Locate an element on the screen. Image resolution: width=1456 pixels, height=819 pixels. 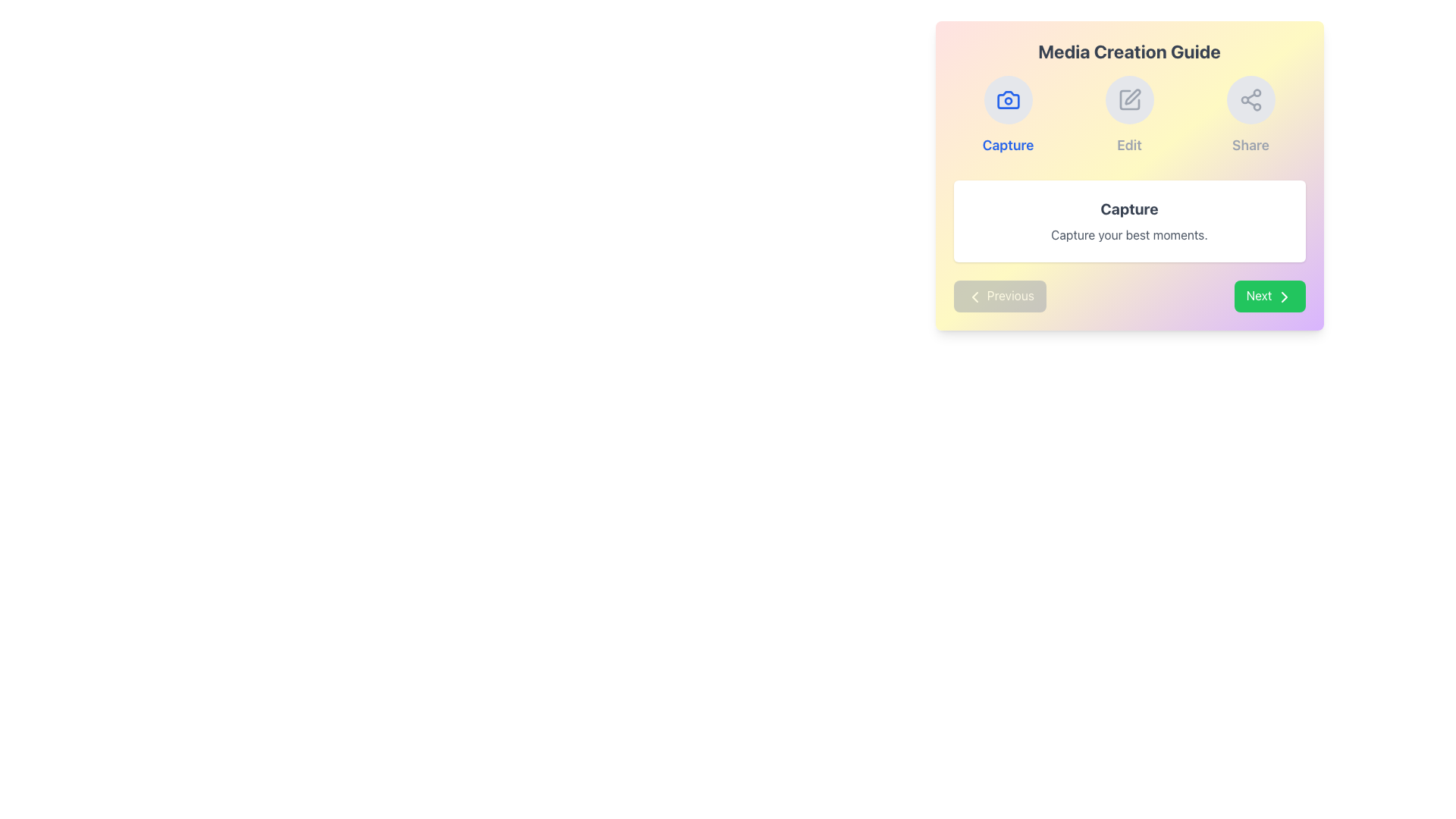
the left navigation arrow button, which is a triangular-shaped icon pointing left, located towards the bottom-left of the dialog box beneath the 'Capture' description is located at coordinates (974, 297).